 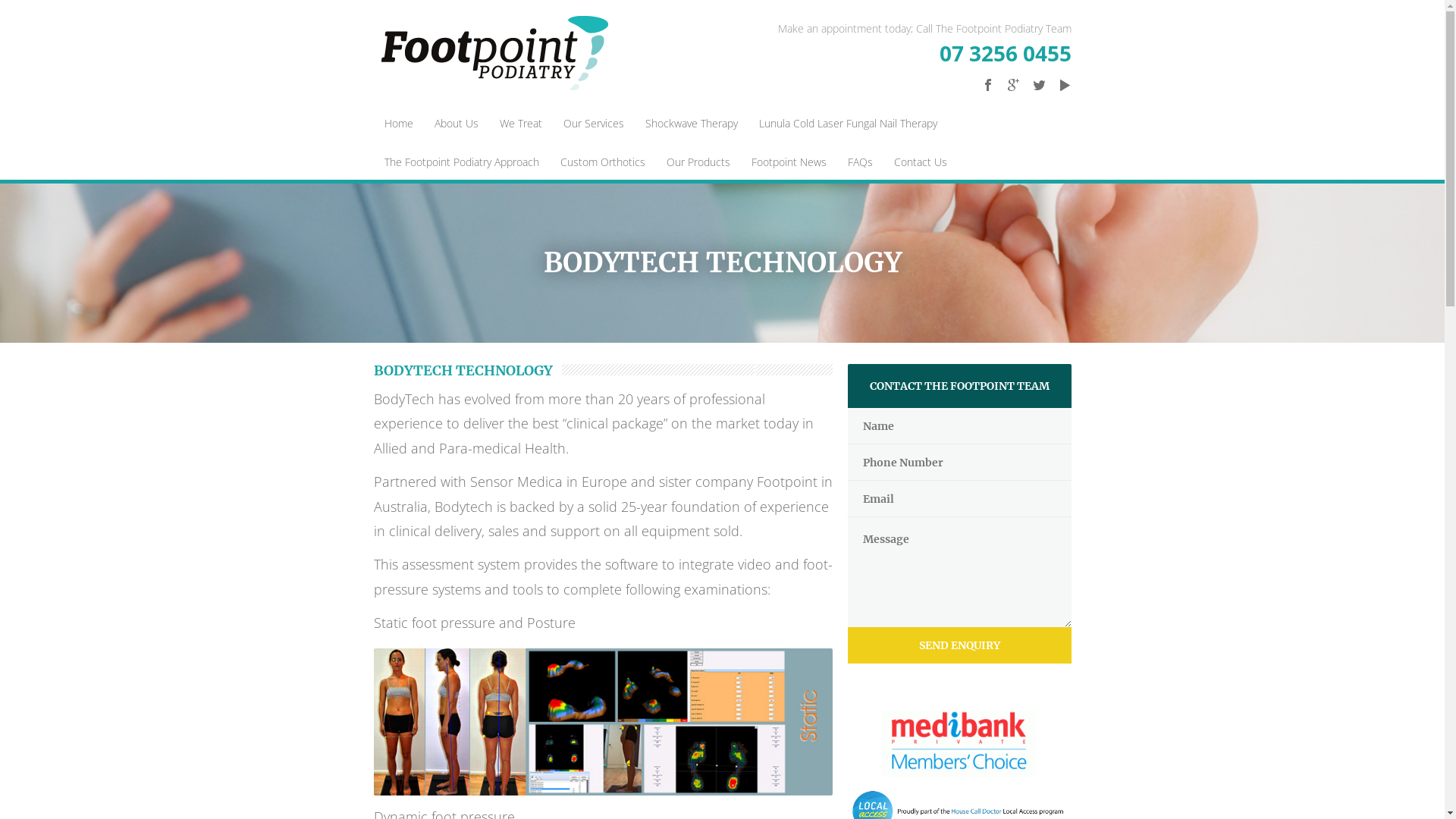 What do you see at coordinates (860, 164) in the screenshot?
I see `'FAQs'` at bounding box center [860, 164].